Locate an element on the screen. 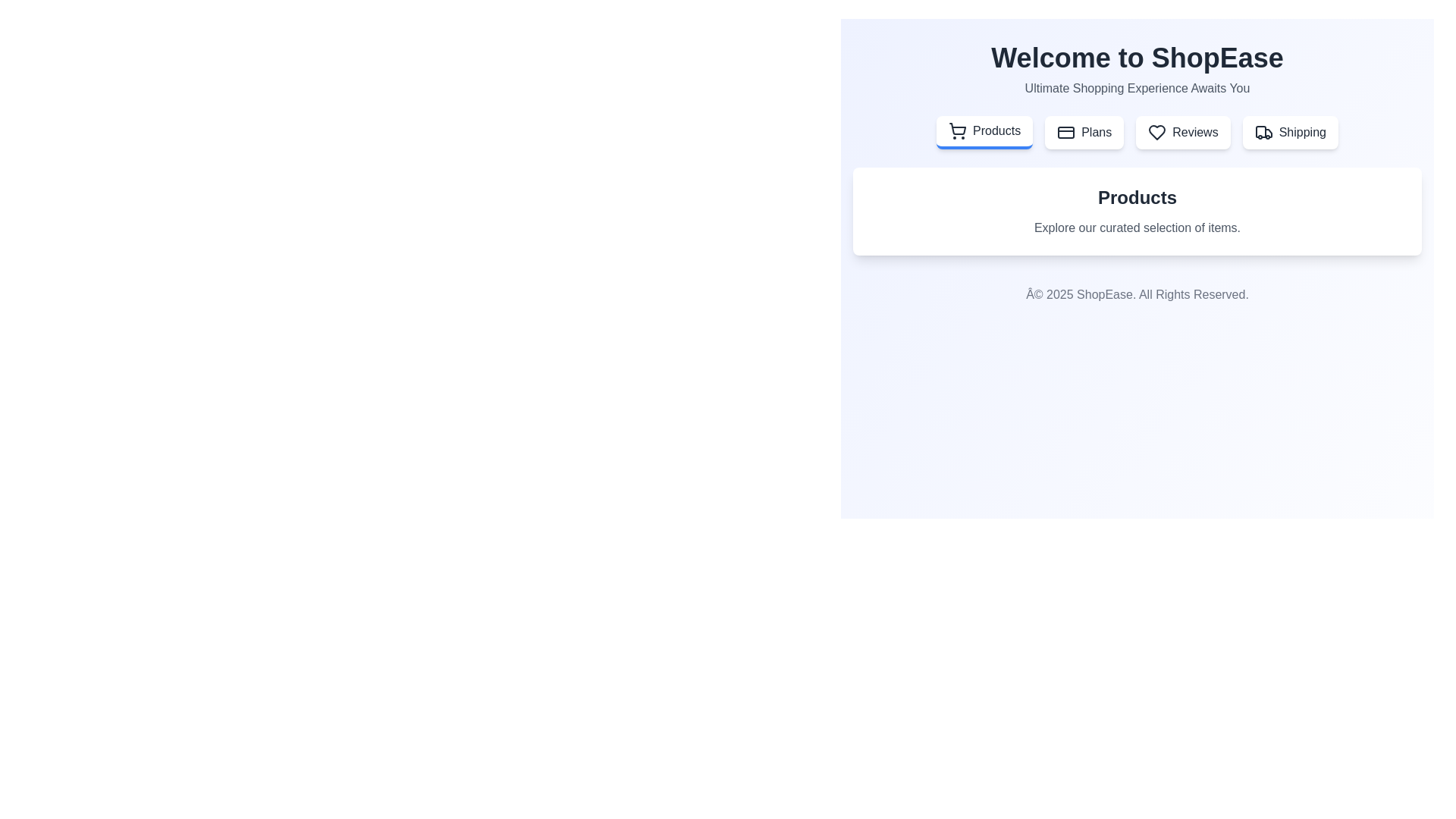 This screenshot has width=1456, height=819. the 'Reviews' button's clickable text label to apply styling effects is located at coordinates (1194, 131).